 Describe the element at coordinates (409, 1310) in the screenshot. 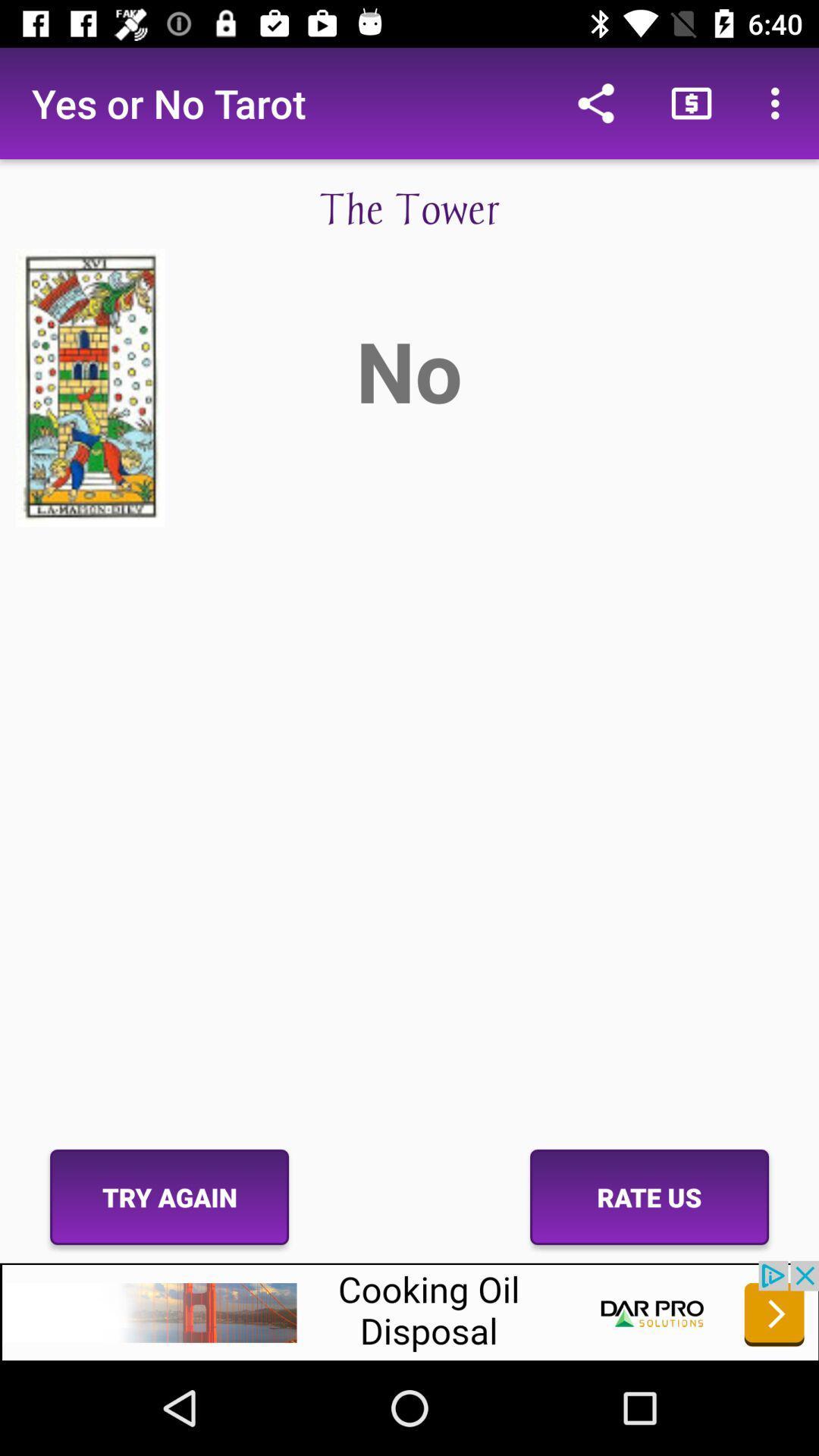

I see `external advertisement` at that location.